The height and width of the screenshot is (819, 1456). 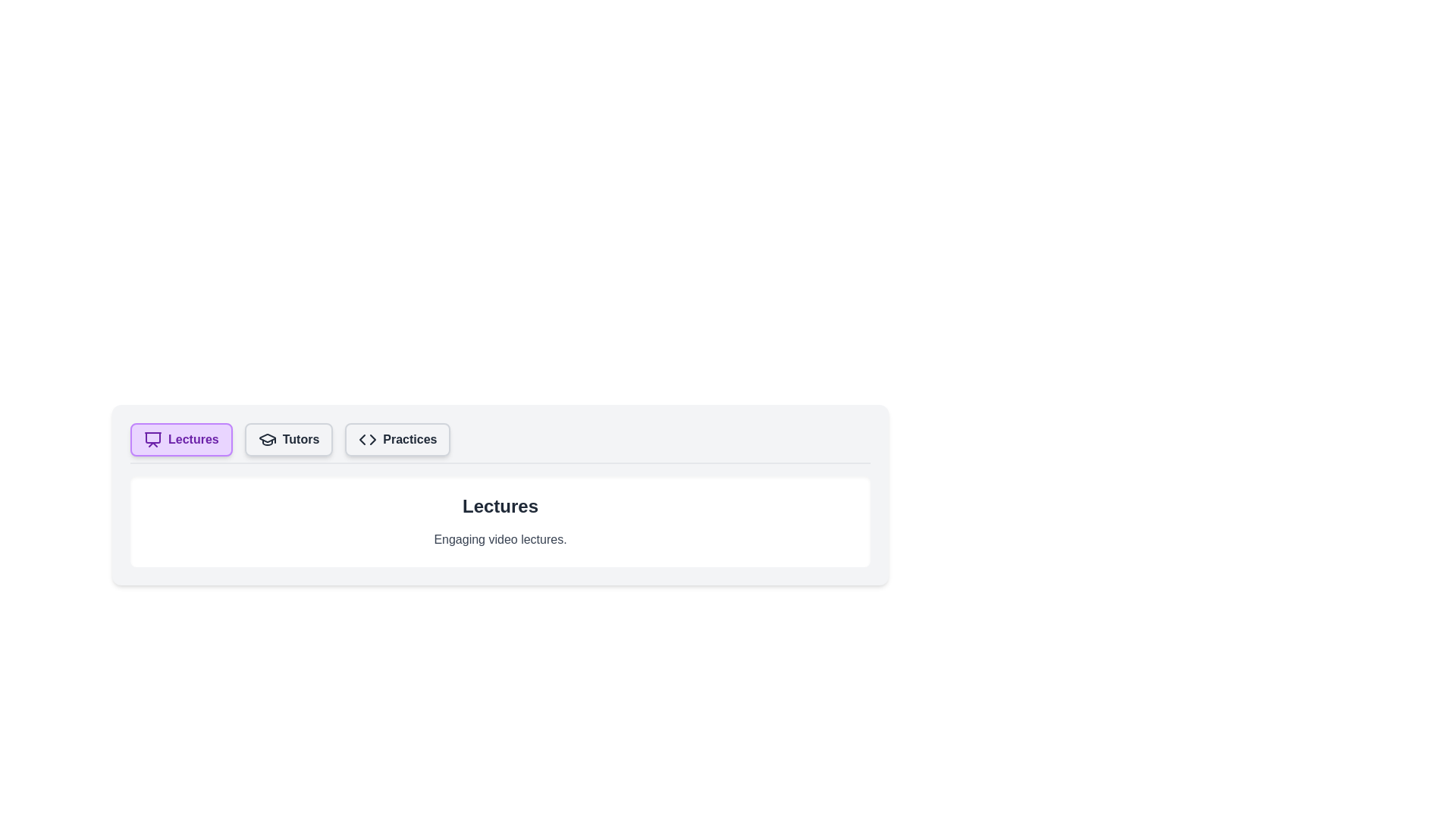 What do you see at coordinates (500, 506) in the screenshot?
I see `the 'Lectures' header element` at bounding box center [500, 506].